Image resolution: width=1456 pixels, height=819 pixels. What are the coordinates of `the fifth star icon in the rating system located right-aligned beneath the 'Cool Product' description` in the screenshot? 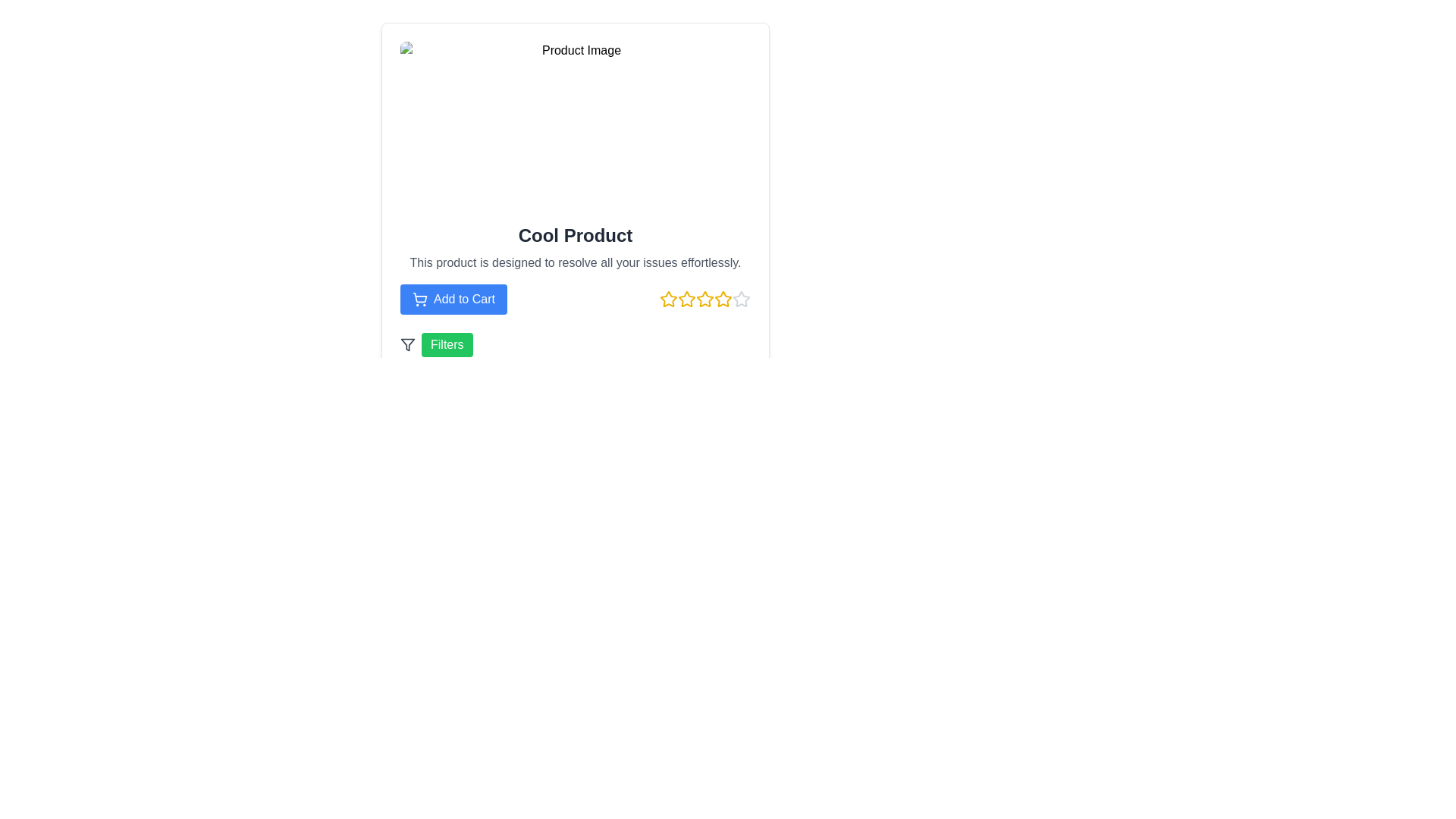 It's located at (723, 299).